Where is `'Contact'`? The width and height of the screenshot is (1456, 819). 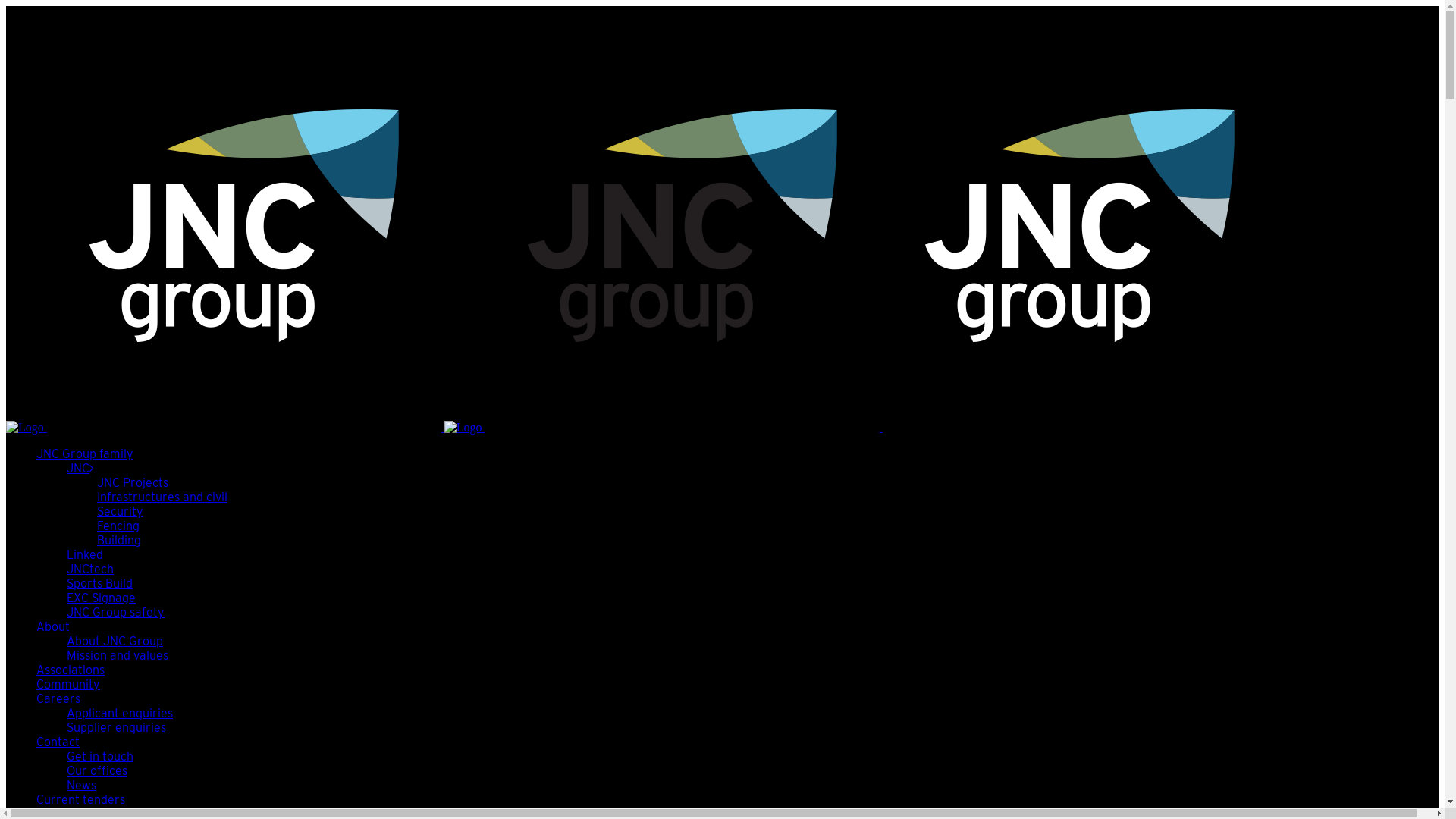 'Contact' is located at coordinates (36, 741).